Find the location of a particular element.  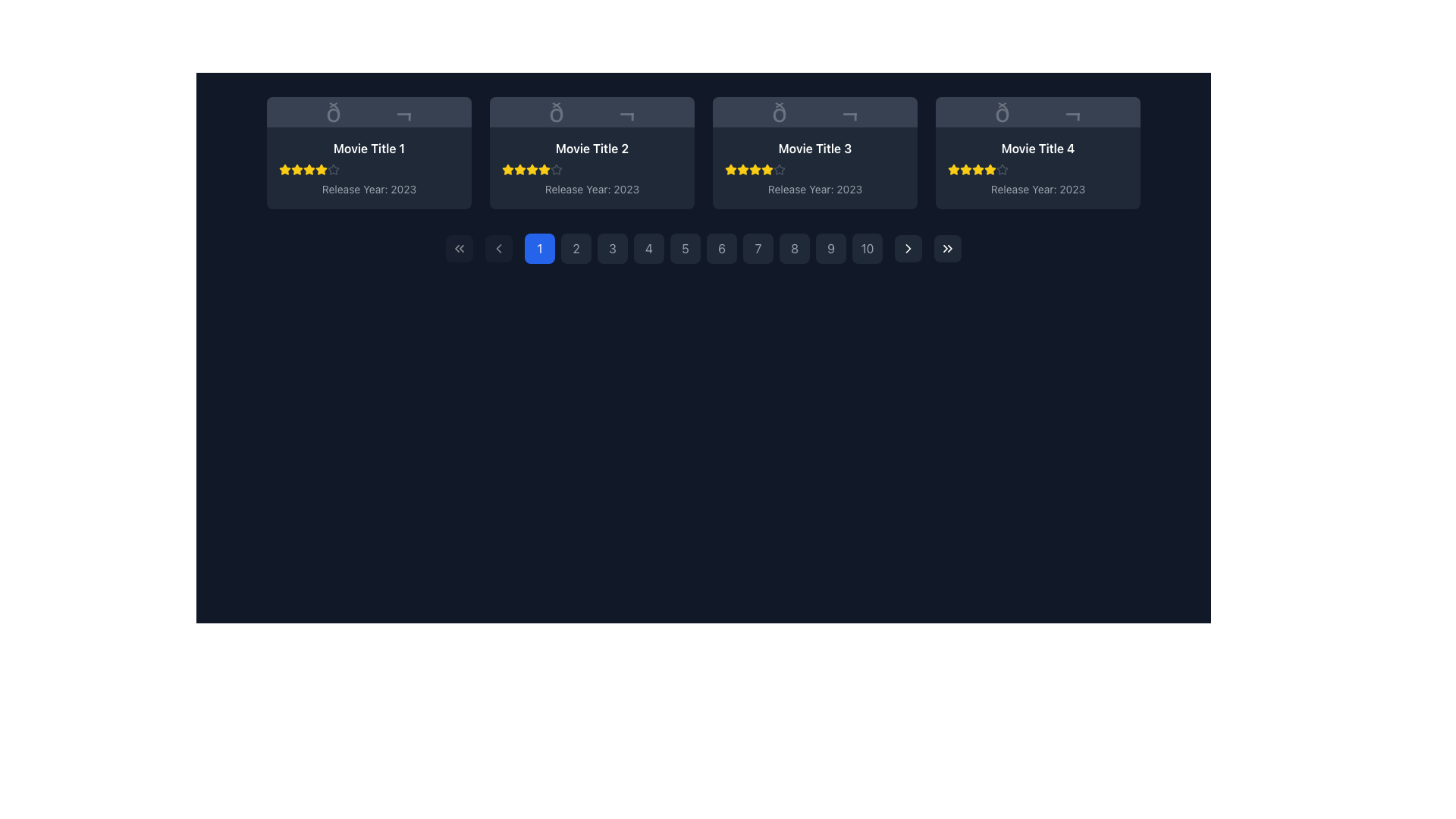

the text label displaying 'Movie Title 4' to trigger a tooltip is located at coordinates (1037, 149).